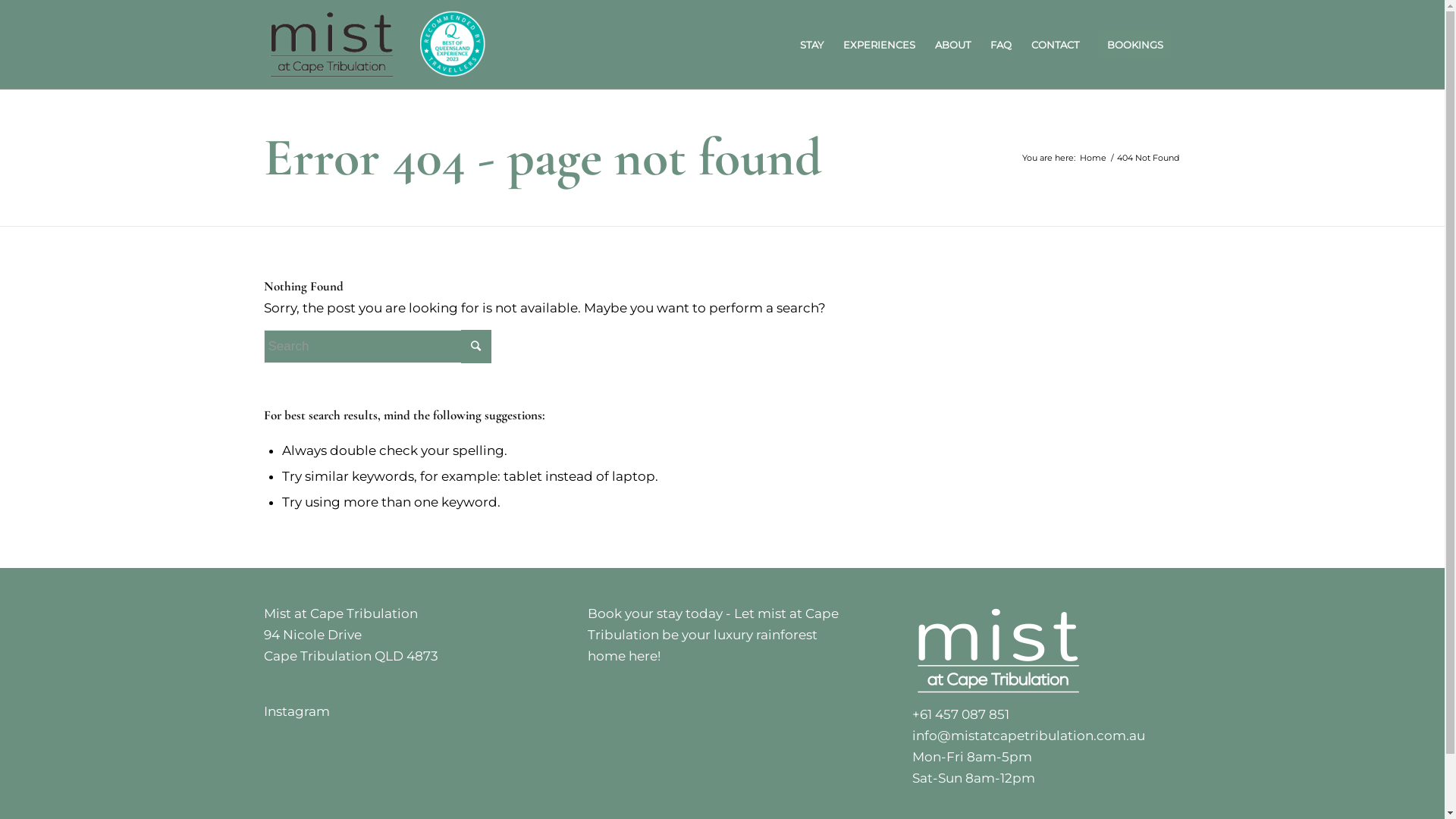 This screenshot has height=819, width=1456. Describe the element at coordinates (1092, 157) in the screenshot. I see `'Home'` at that location.